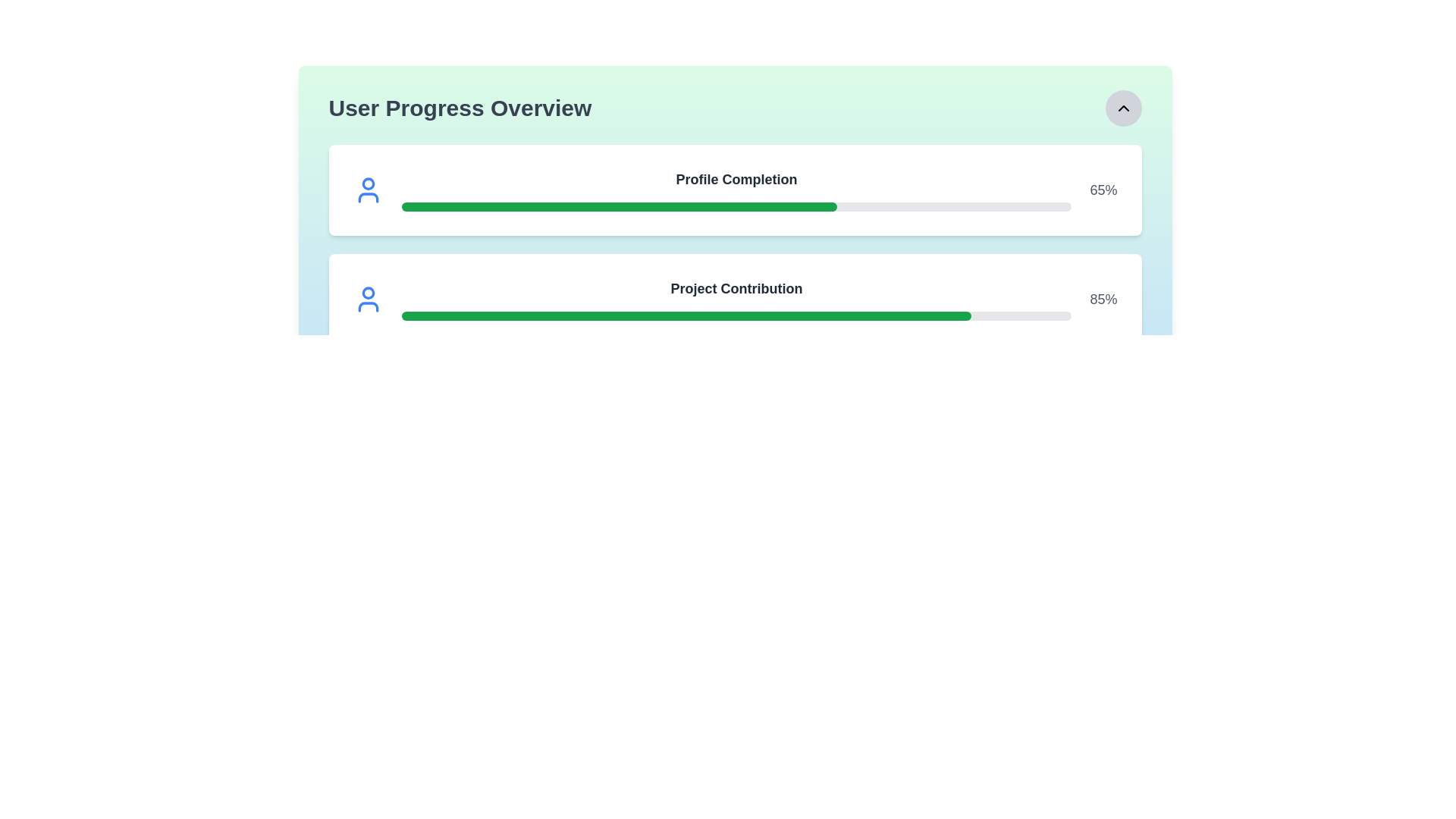 This screenshot has height=819, width=1456. Describe the element at coordinates (368, 307) in the screenshot. I see `the lower portion of the user's icon in the 'User Progress Overview' section, specifically next to the 'Project Contribution' progress bar` at that location.